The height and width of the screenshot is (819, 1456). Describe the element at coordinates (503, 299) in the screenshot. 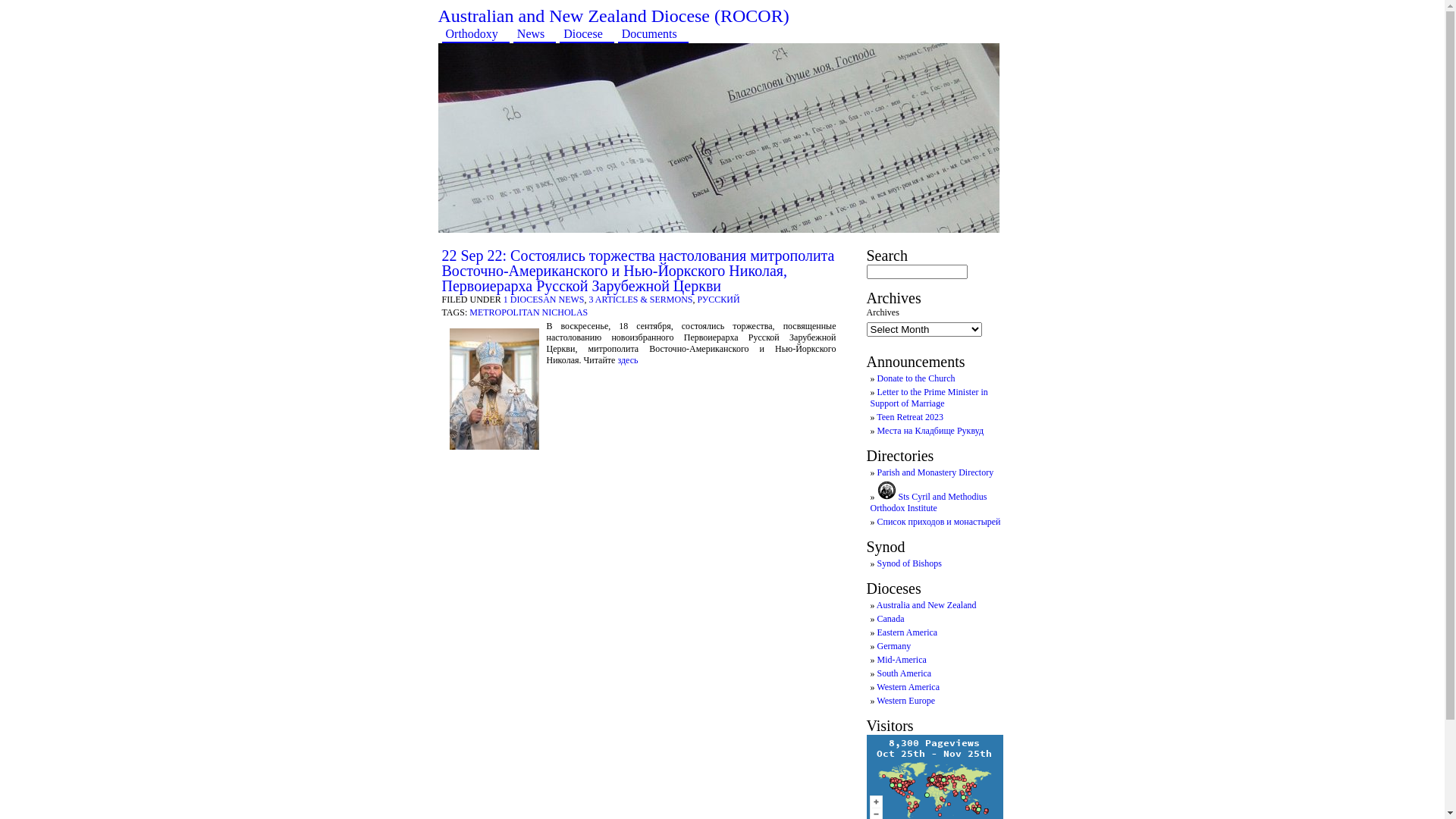

I see `'1 DIOCESAN NEWS'` at that location.